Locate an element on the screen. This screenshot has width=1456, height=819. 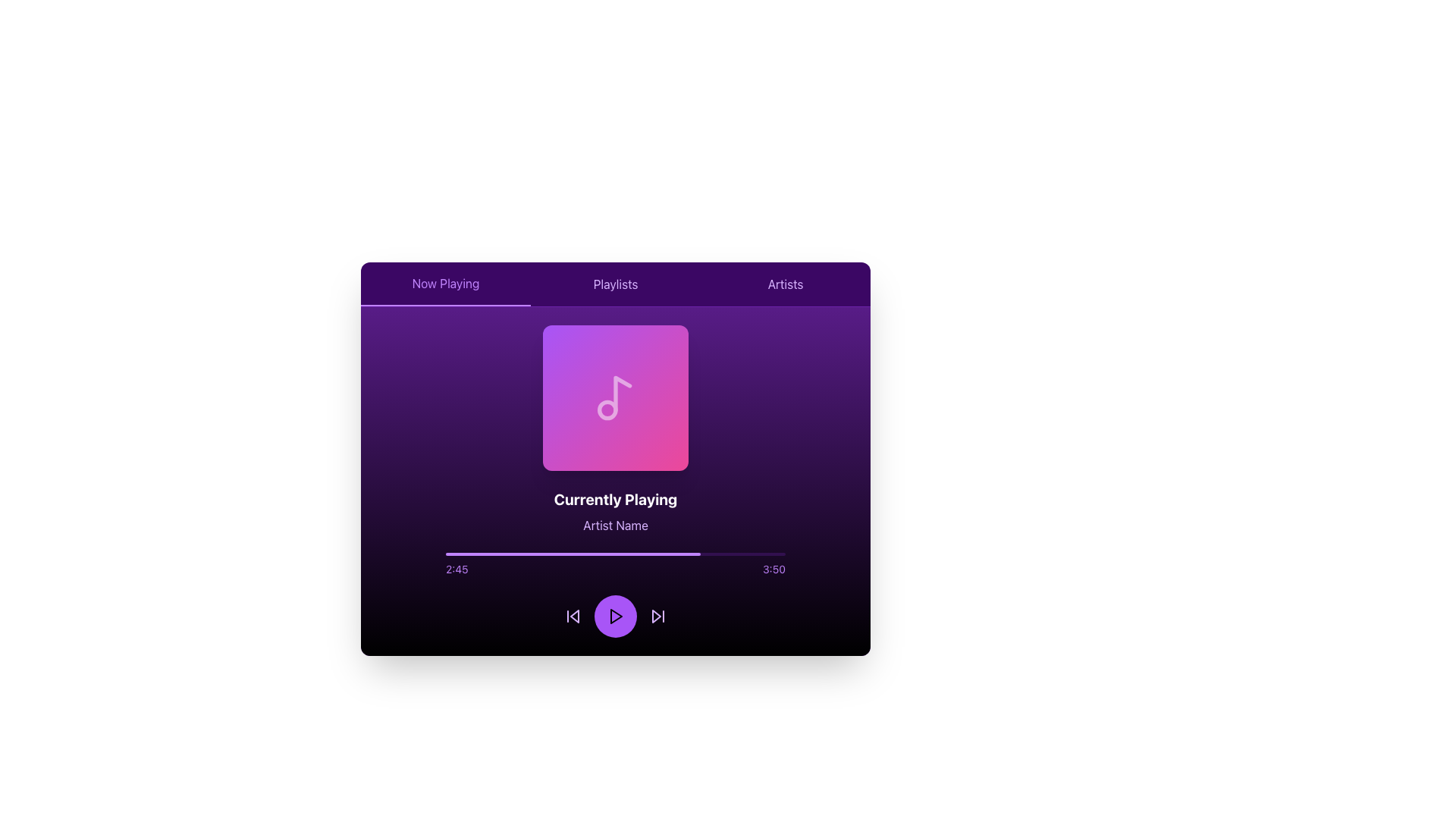
the circular purple button located at the bottom center of the interface, which contains a triangular black play icon, to play or resume playback is located at coordinates (615, 617).